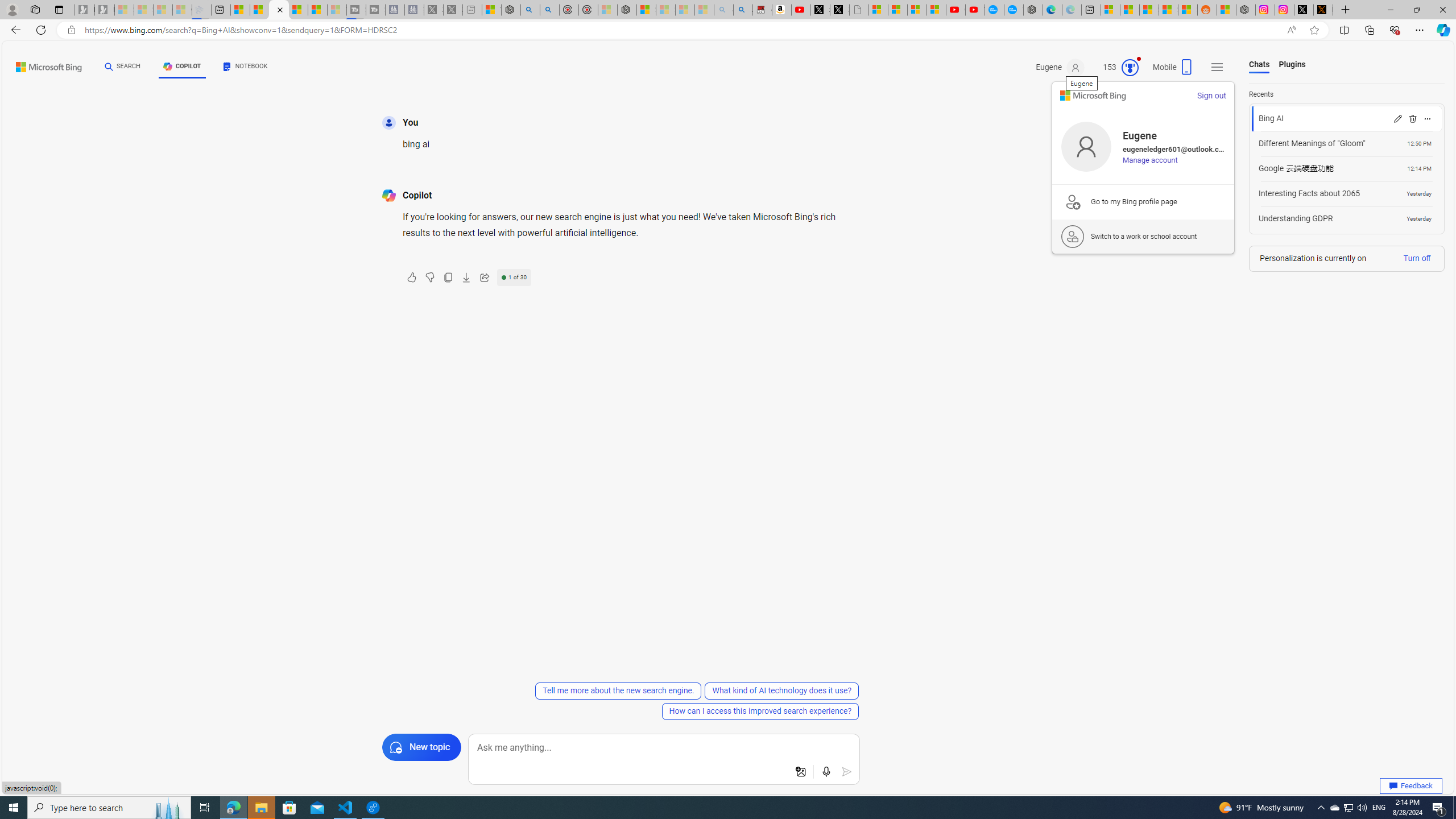 The width and height of the screenshot is (1456, 819). I want to click on 'COPILOT', so click(181, 66).